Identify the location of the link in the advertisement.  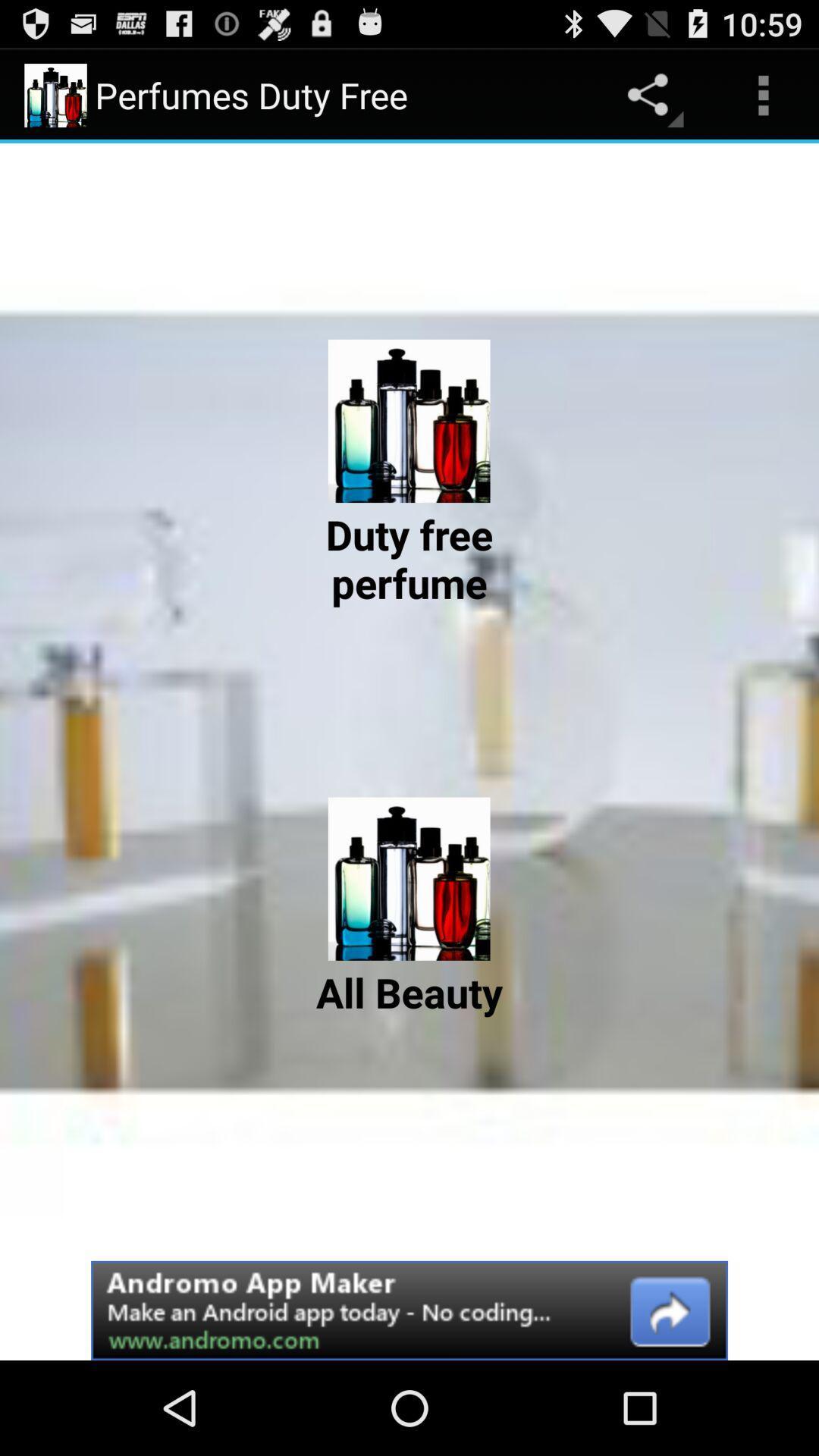
(409, 1310).